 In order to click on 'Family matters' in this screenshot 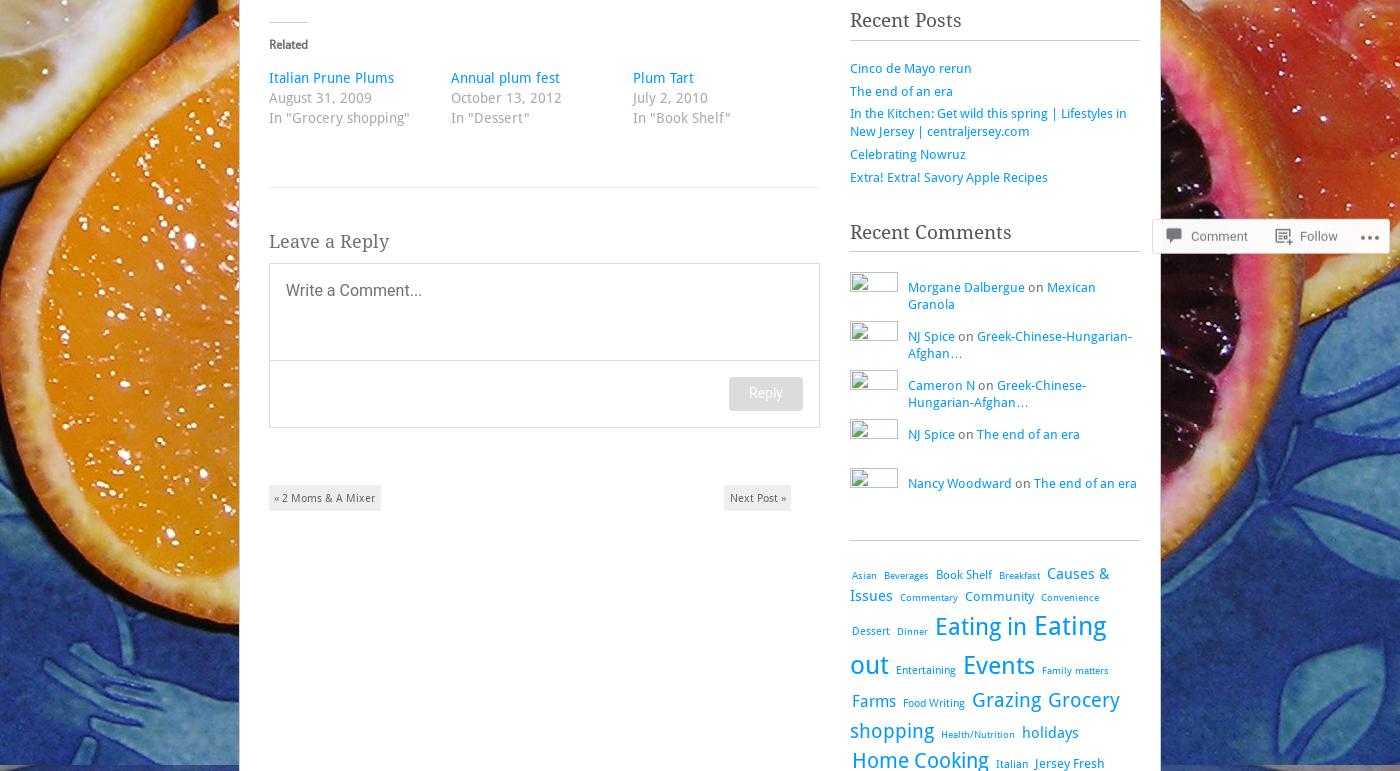, I will do `click(1075, 668)`.